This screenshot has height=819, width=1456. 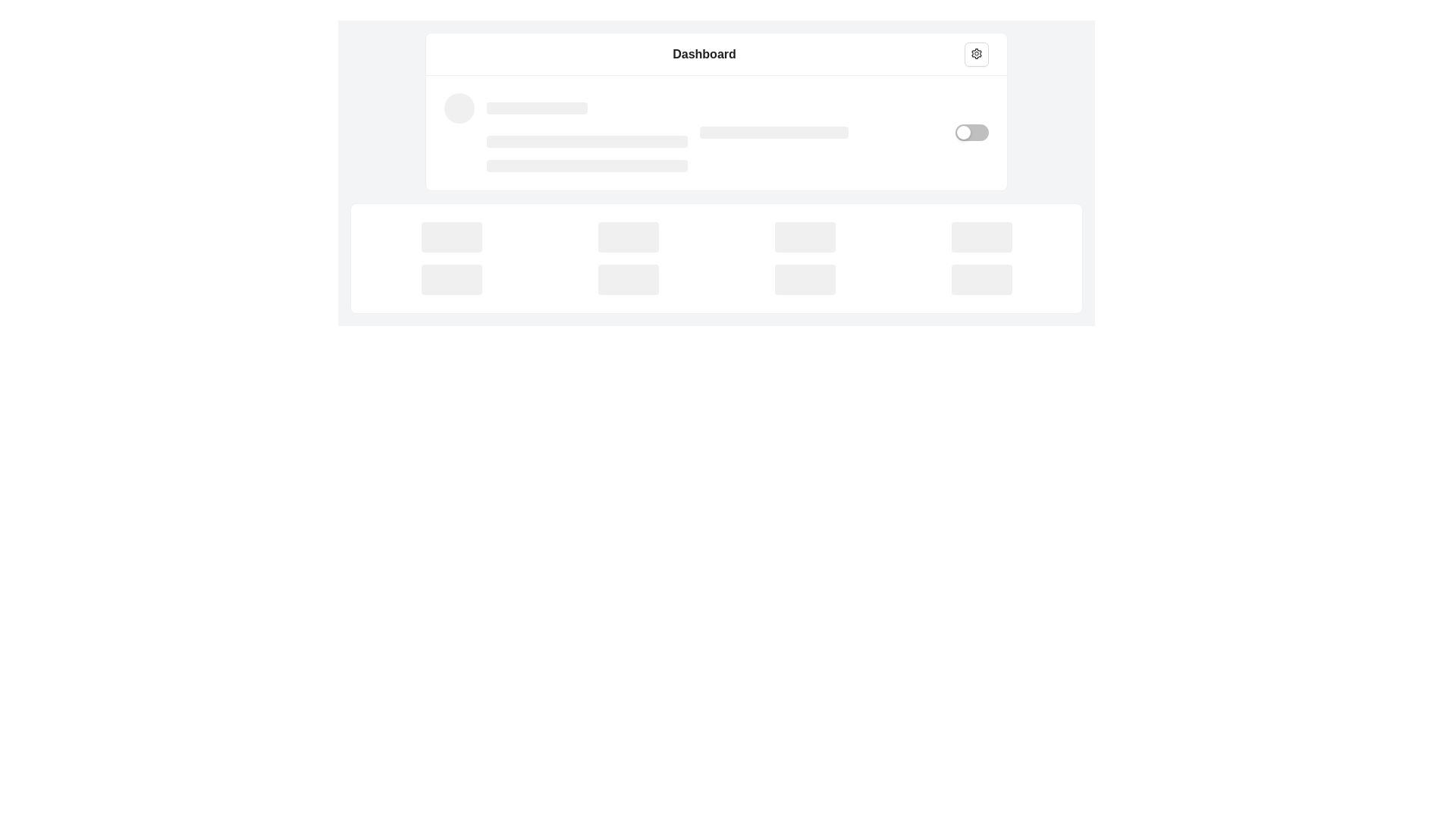 What do you see at coordinates (804, 280) in the screenshot?
I see `the loading indicator located in the bottom row, third column of a four-column grid layout, serving as a visual placeholder for content being rendered` at bounding box center [804, 280].